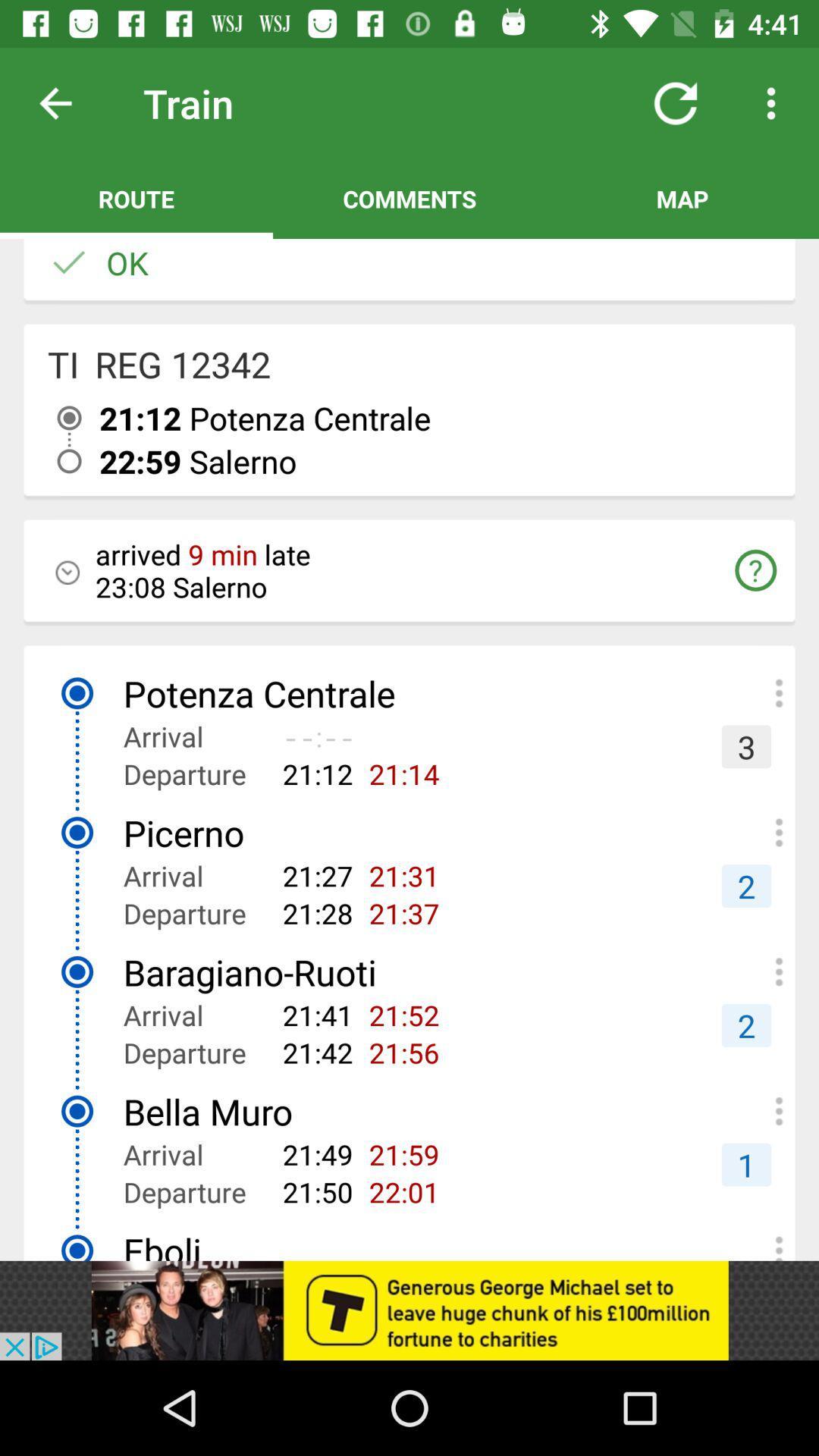 This screenshot has width=819, height=1456. Describe the element at coordinates (67, 102) in the screenshot. I see `go back` at that location.